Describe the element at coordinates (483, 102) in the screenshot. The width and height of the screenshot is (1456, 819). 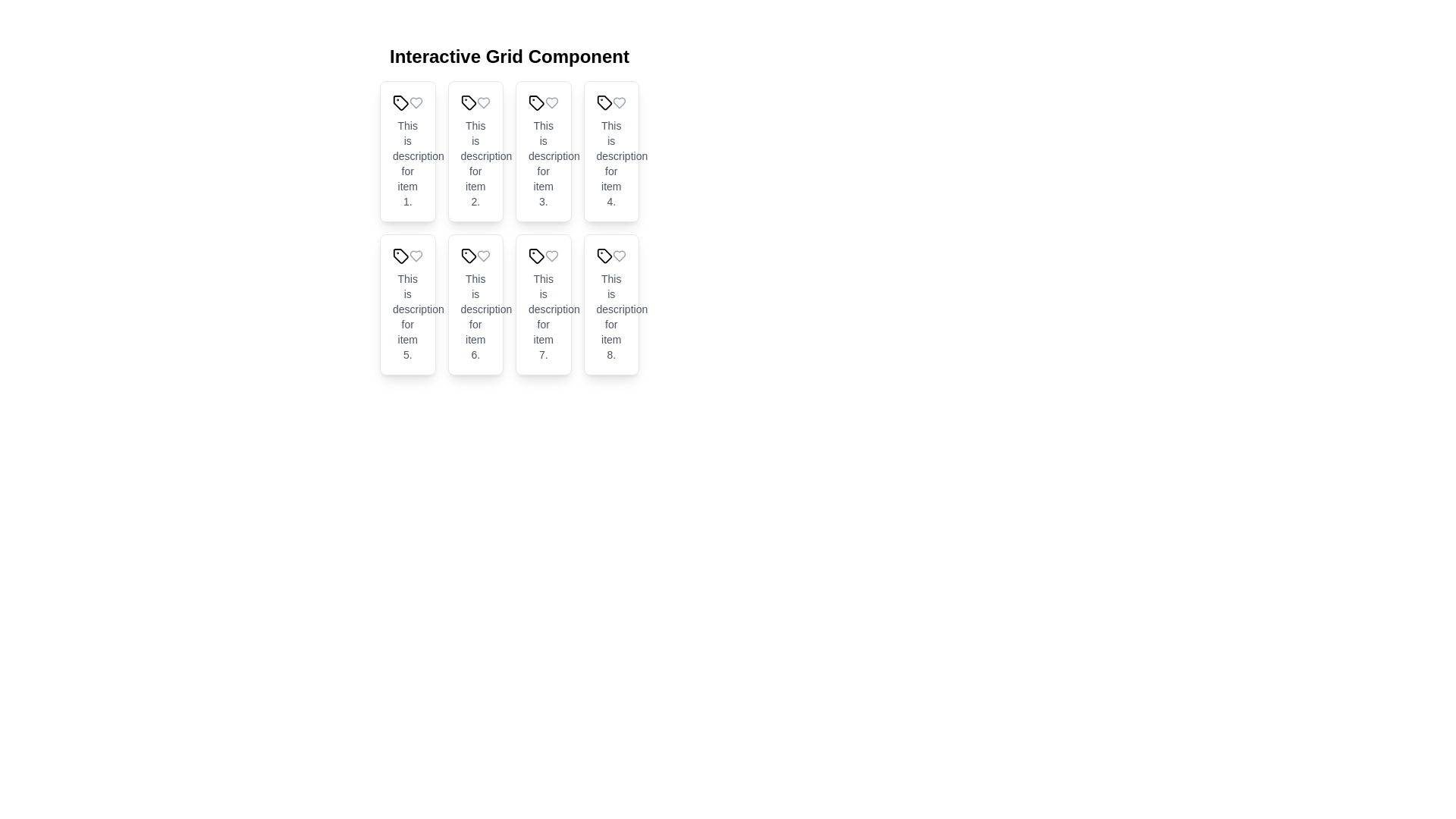
I see `the heart-shaped icon styled with a thin stroke and hollow interior, positioned in the second column of the top row of the grid layout` at that location.